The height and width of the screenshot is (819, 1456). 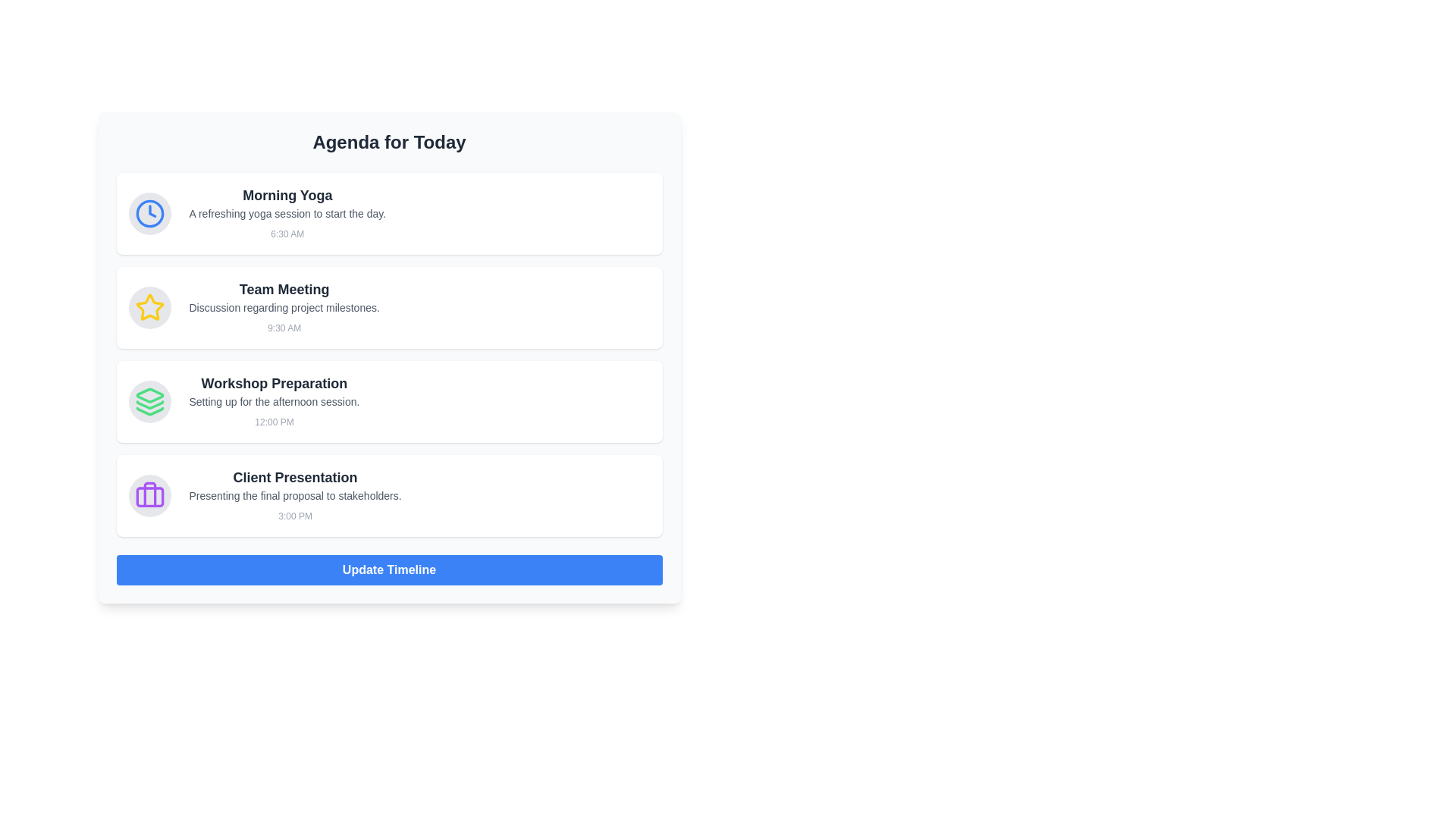 What do you see at coordinates (295, 476) in the screenshot?
I see `the text label displaying 'Client Presentation', which is styled with a bold font and is located in the fourth row of the agenda list, above the text 'Presenting the final proposal to stakeholders.' and below the timestamp '3:00 PM'` at bounding box center [295, 476].